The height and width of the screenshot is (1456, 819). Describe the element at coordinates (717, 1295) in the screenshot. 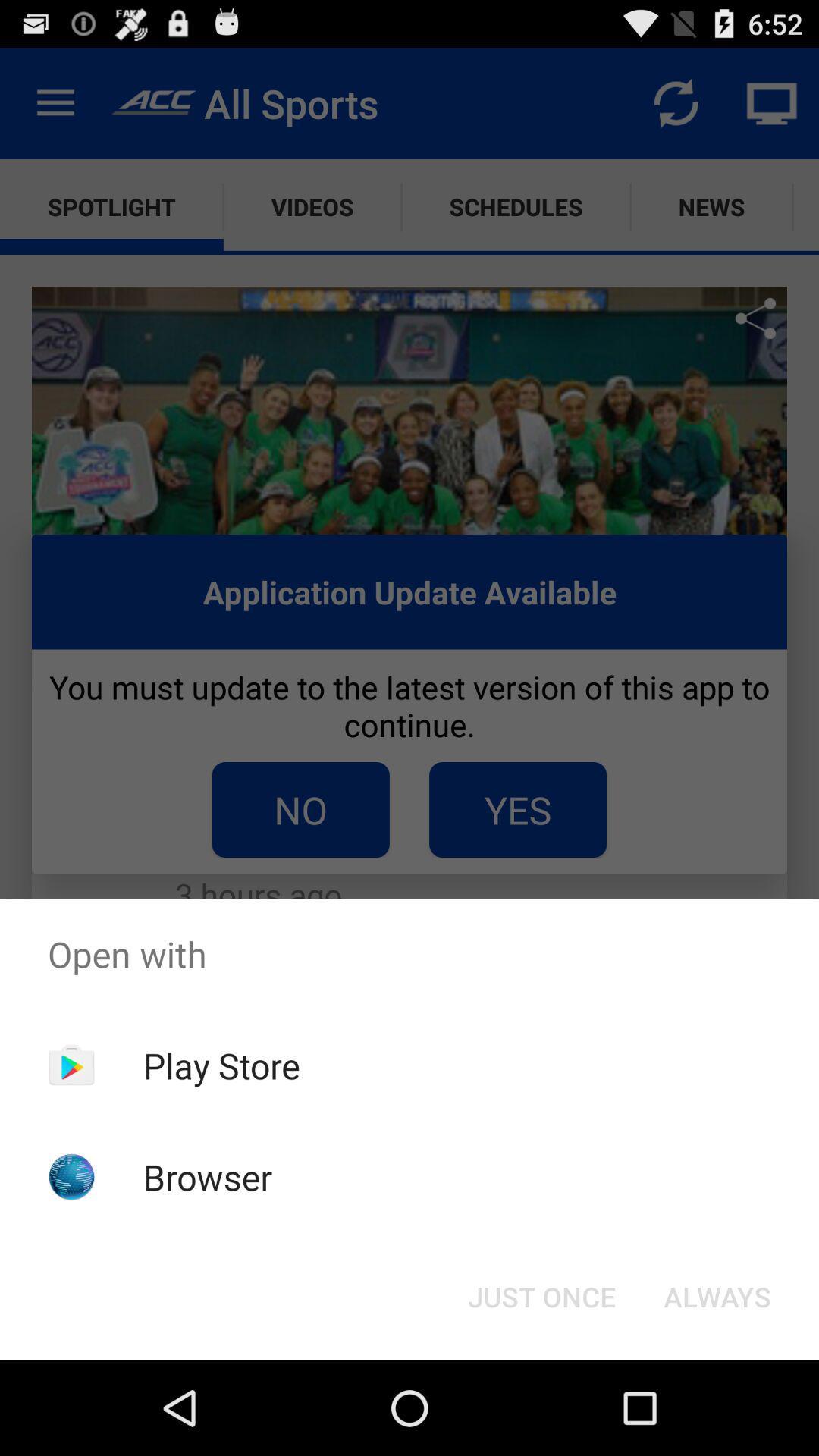

I see `the item to the right of just once button` at that location.